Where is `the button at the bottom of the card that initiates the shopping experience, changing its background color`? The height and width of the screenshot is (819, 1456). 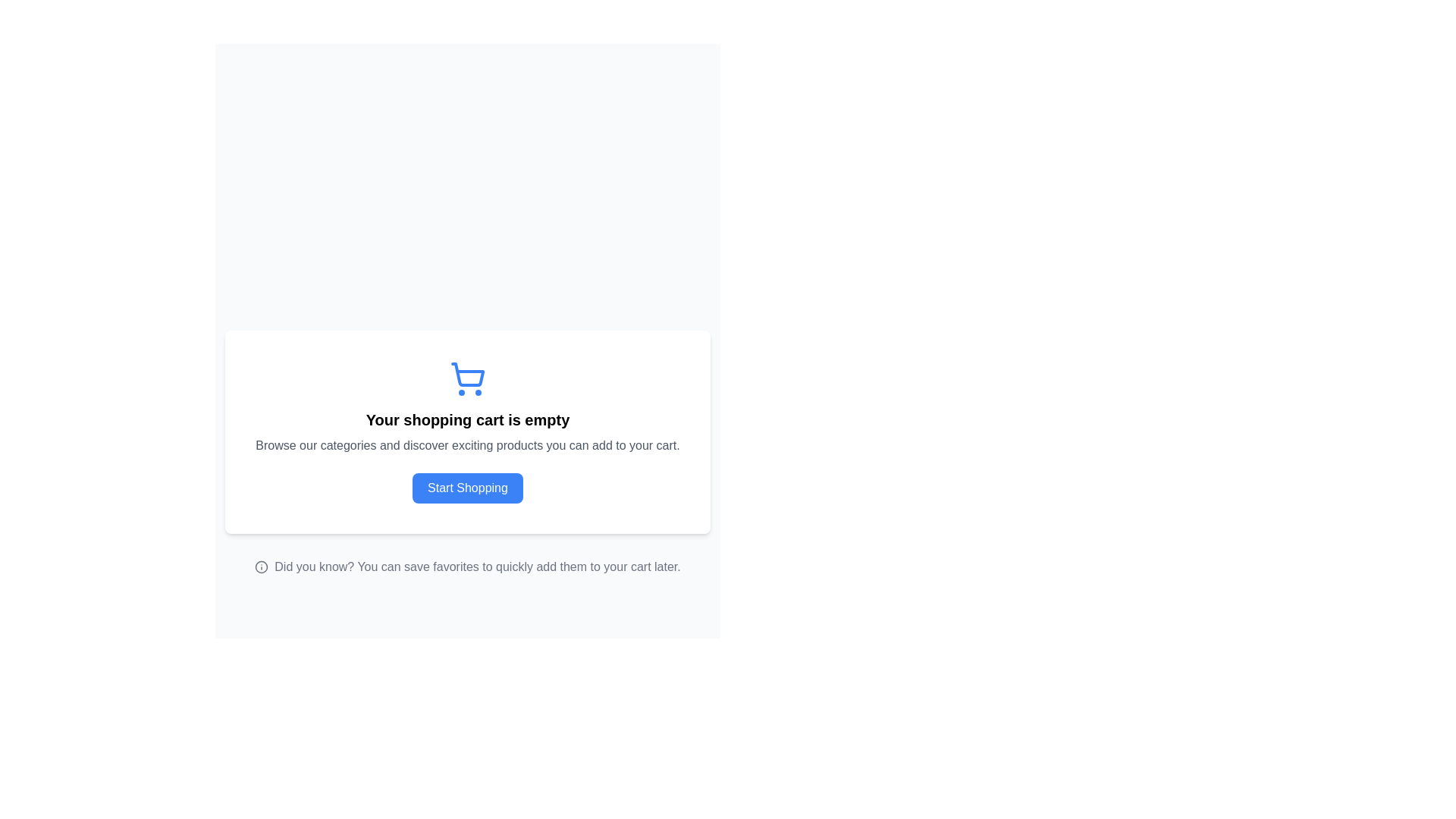
the button at the bottom of the card that initiates the shopping experience, changing its background color is located at coordinates (466, 488).